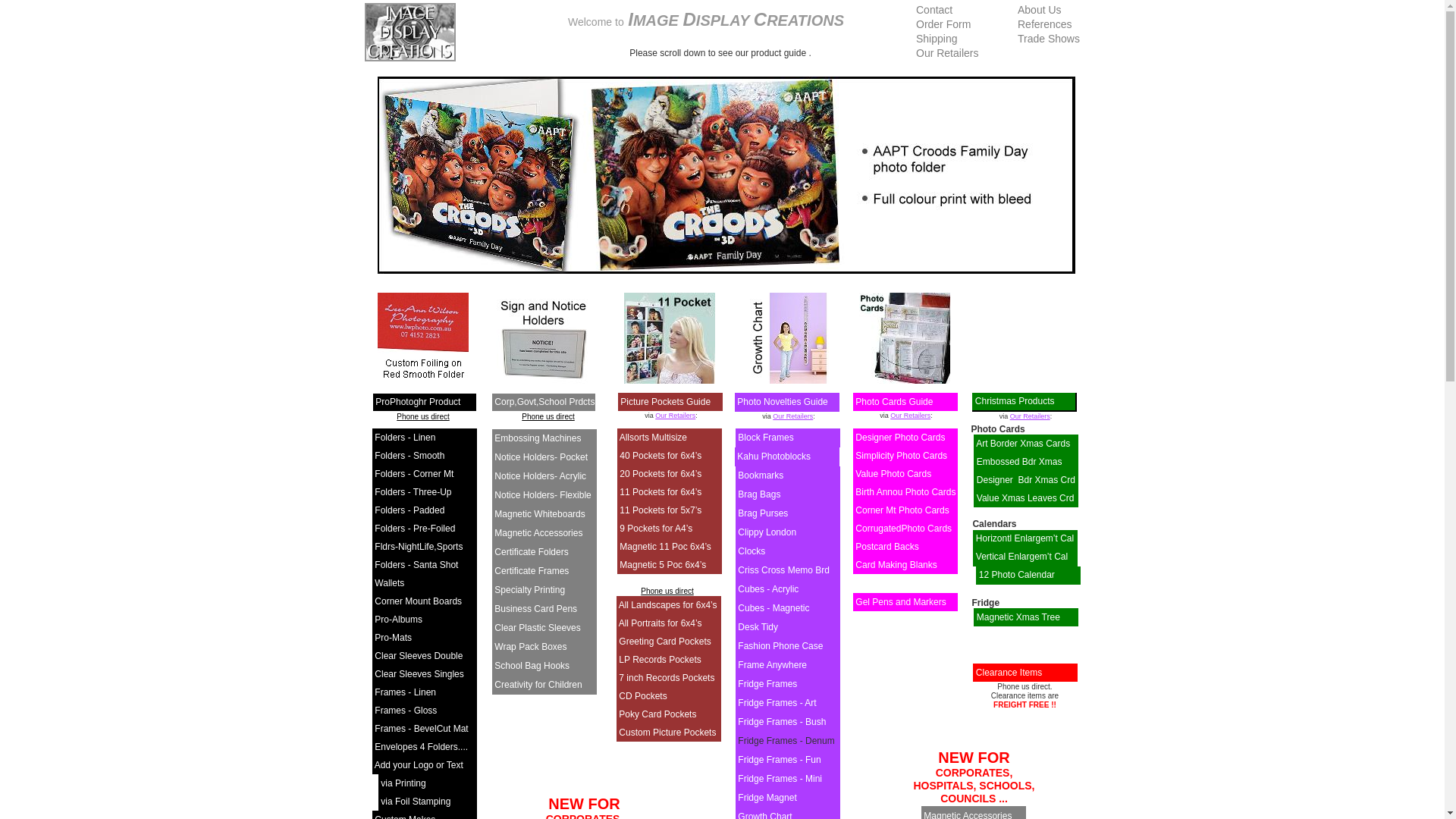  Describe the element at coordinates (751, 551) in the screenshot. I see `'Clocks'` at that location.